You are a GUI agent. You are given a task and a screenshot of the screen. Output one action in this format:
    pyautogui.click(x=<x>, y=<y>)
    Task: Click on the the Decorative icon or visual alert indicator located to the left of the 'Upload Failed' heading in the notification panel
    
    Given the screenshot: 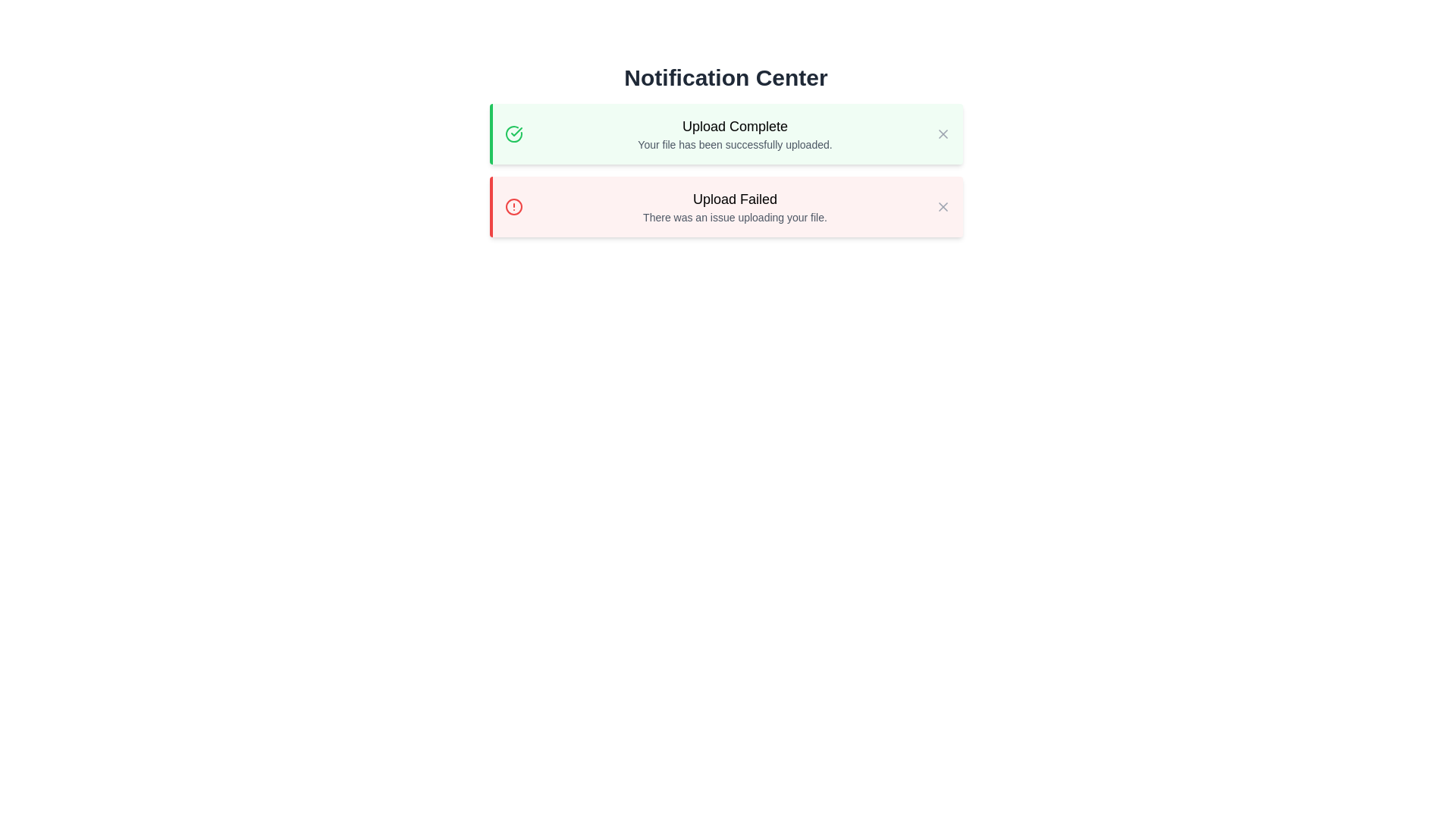 What is the action you would take?
    pyautogui.click(x=513, y=207)
    